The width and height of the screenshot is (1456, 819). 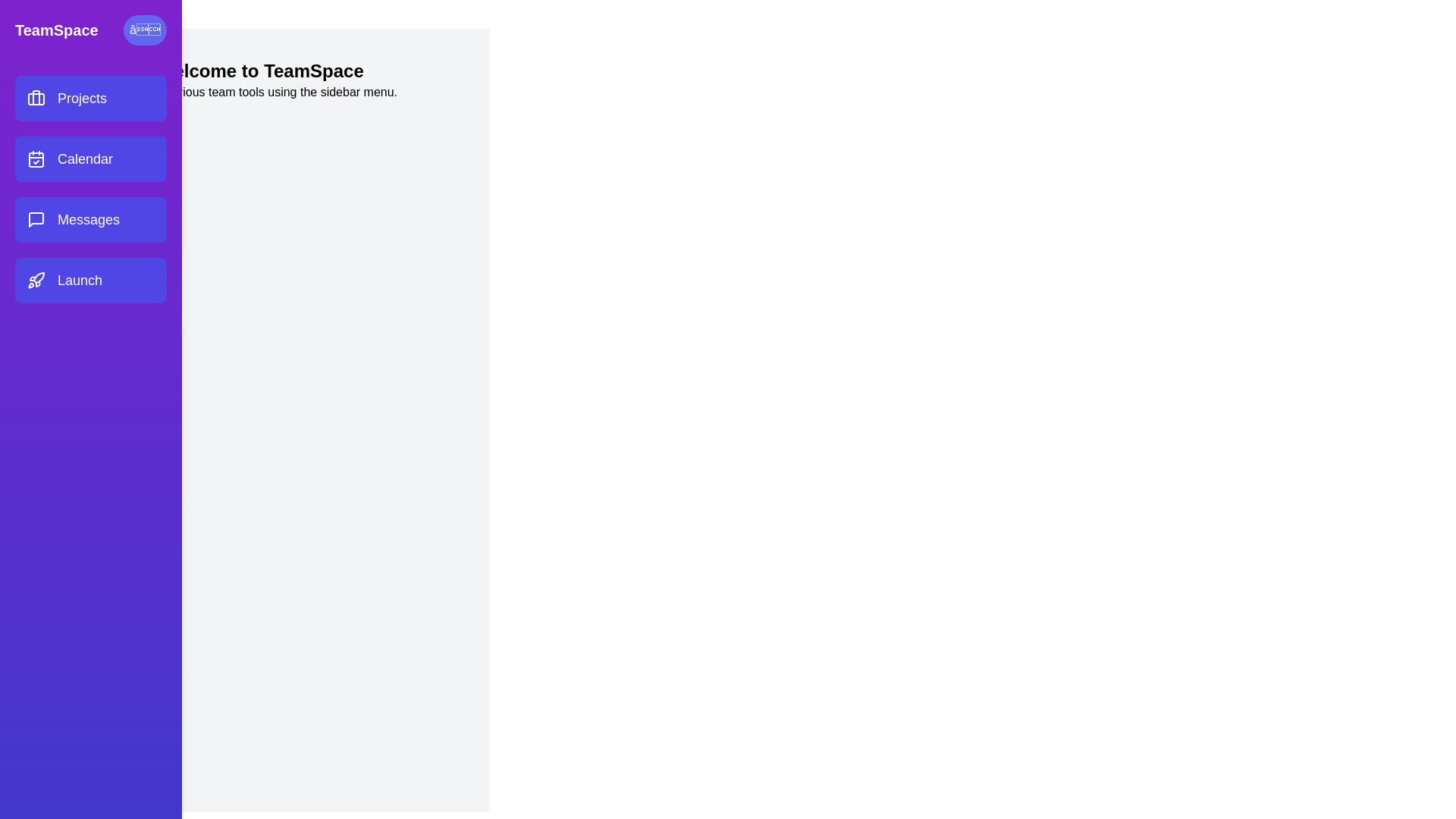 What do you see at coordinates (90, 281) in the screenshot?
I see `the menu item labeled Launch to navigate` at bounding box center [90, 281].